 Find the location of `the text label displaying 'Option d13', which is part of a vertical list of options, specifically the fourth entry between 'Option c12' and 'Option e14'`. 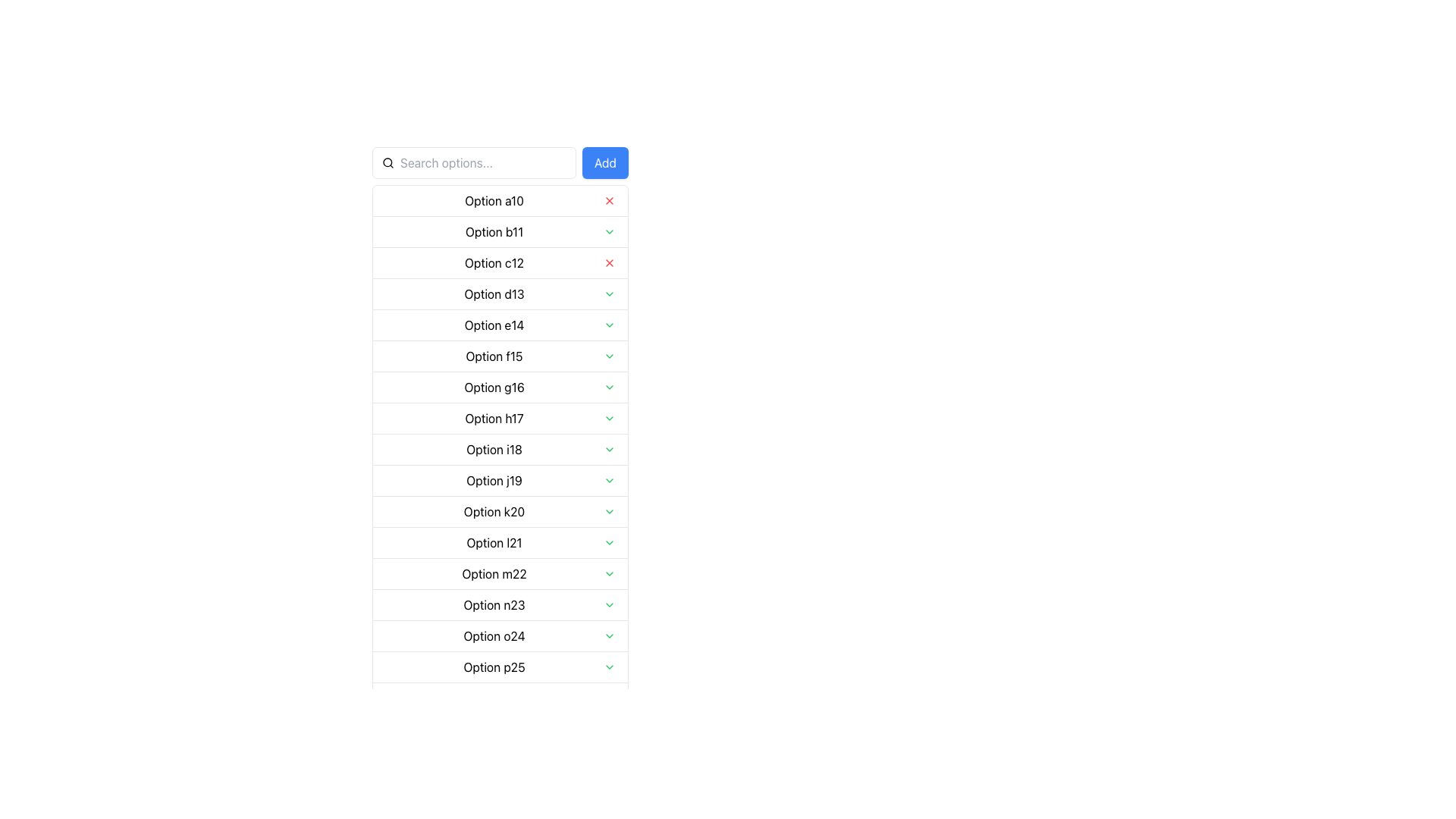

the text label displaying 'Option d13', which is part of a vertical list of options, specifically the fourth entry between 'Option c12' and 'Option e14' is located at coordinates (494, 294).